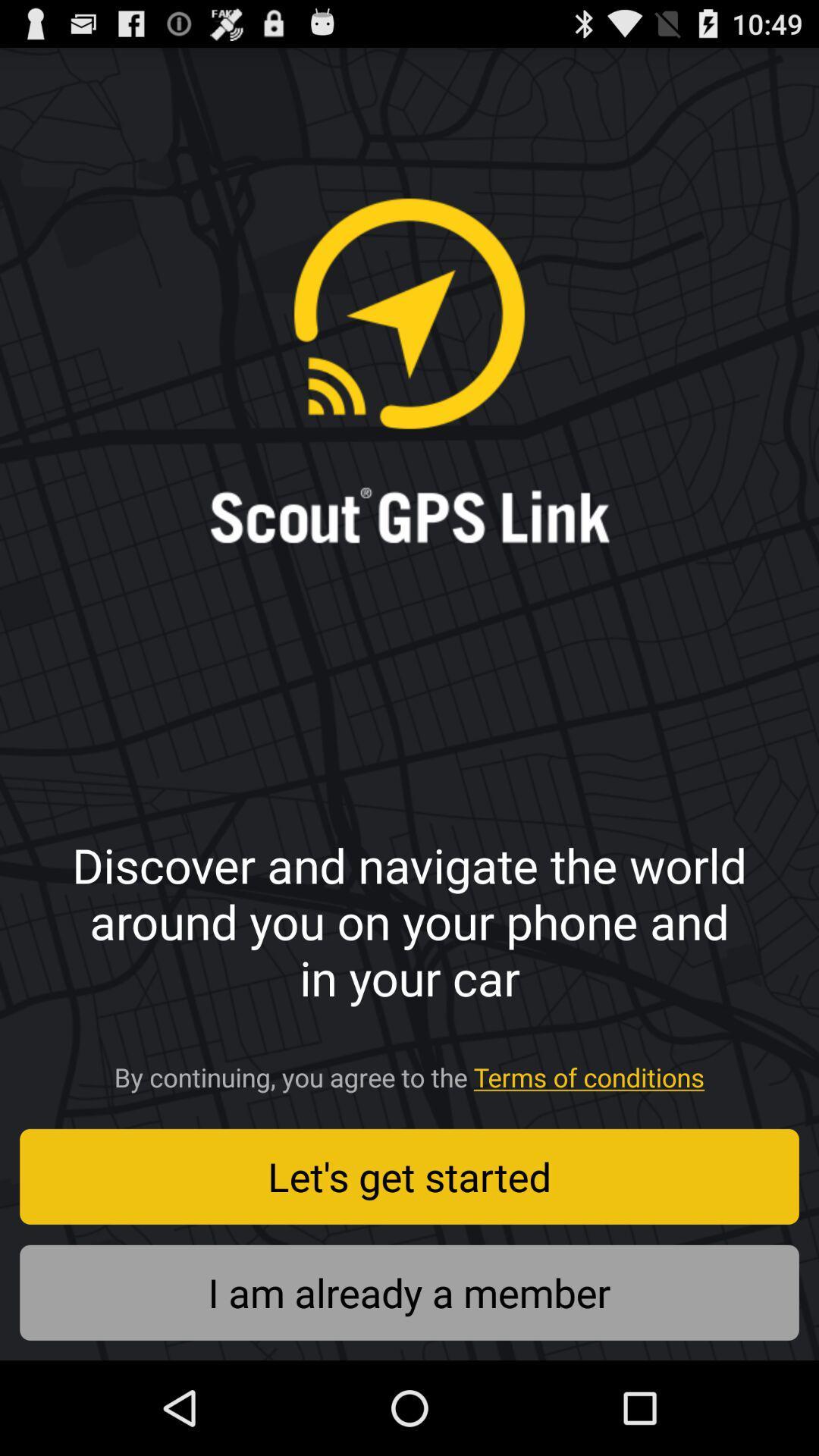 The width and height of the screenshot is (819, 1456). I want to click on the by continuing you app, so click(409, 1072).